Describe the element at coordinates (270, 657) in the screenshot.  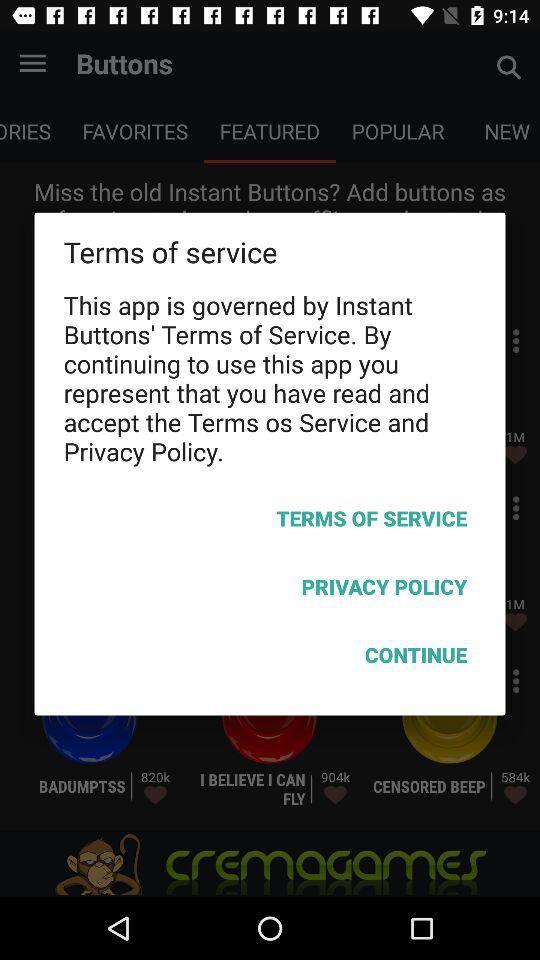
I see `the continue` at that location.